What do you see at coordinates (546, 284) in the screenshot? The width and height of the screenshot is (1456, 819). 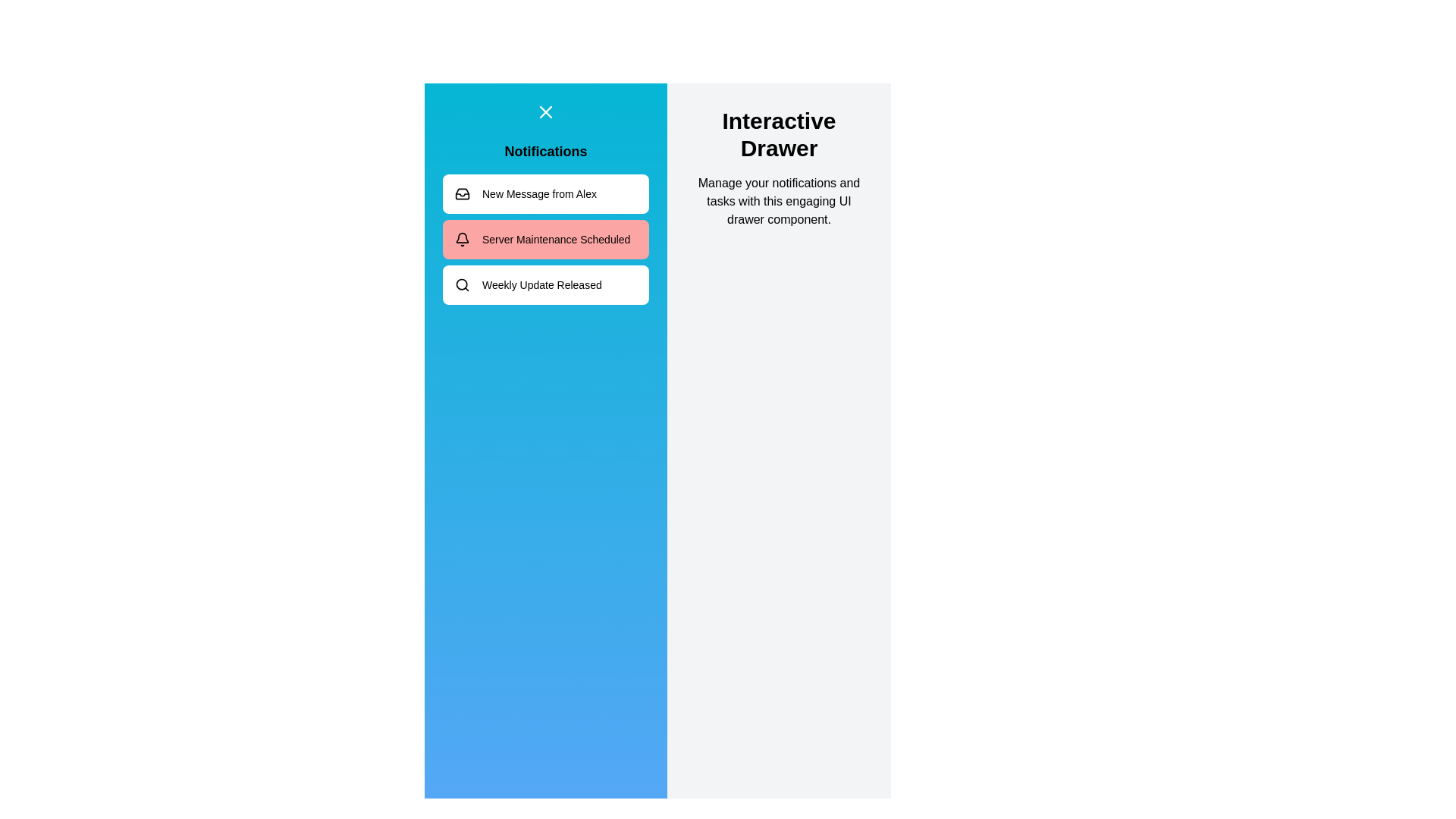 I see `the notification labeled 'Weekly Update Released'` at bounding box center [546, 284].